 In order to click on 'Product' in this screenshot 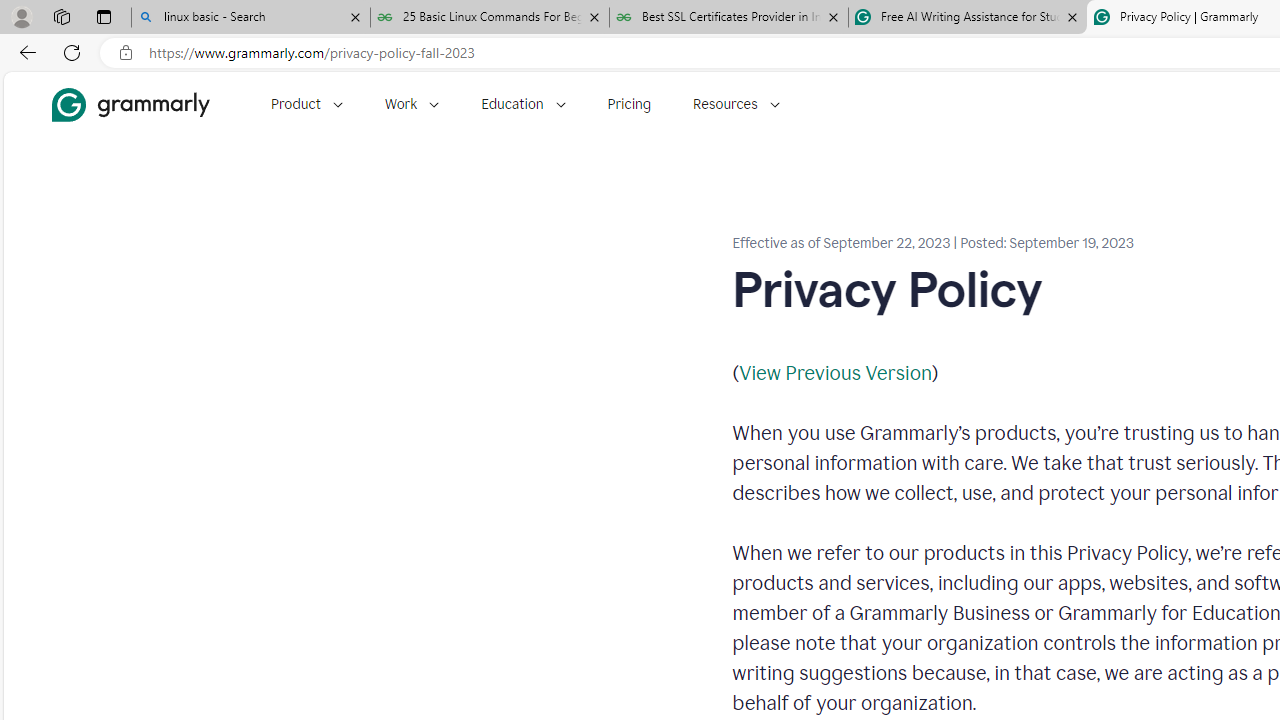, I will do `click(306, 104)`.